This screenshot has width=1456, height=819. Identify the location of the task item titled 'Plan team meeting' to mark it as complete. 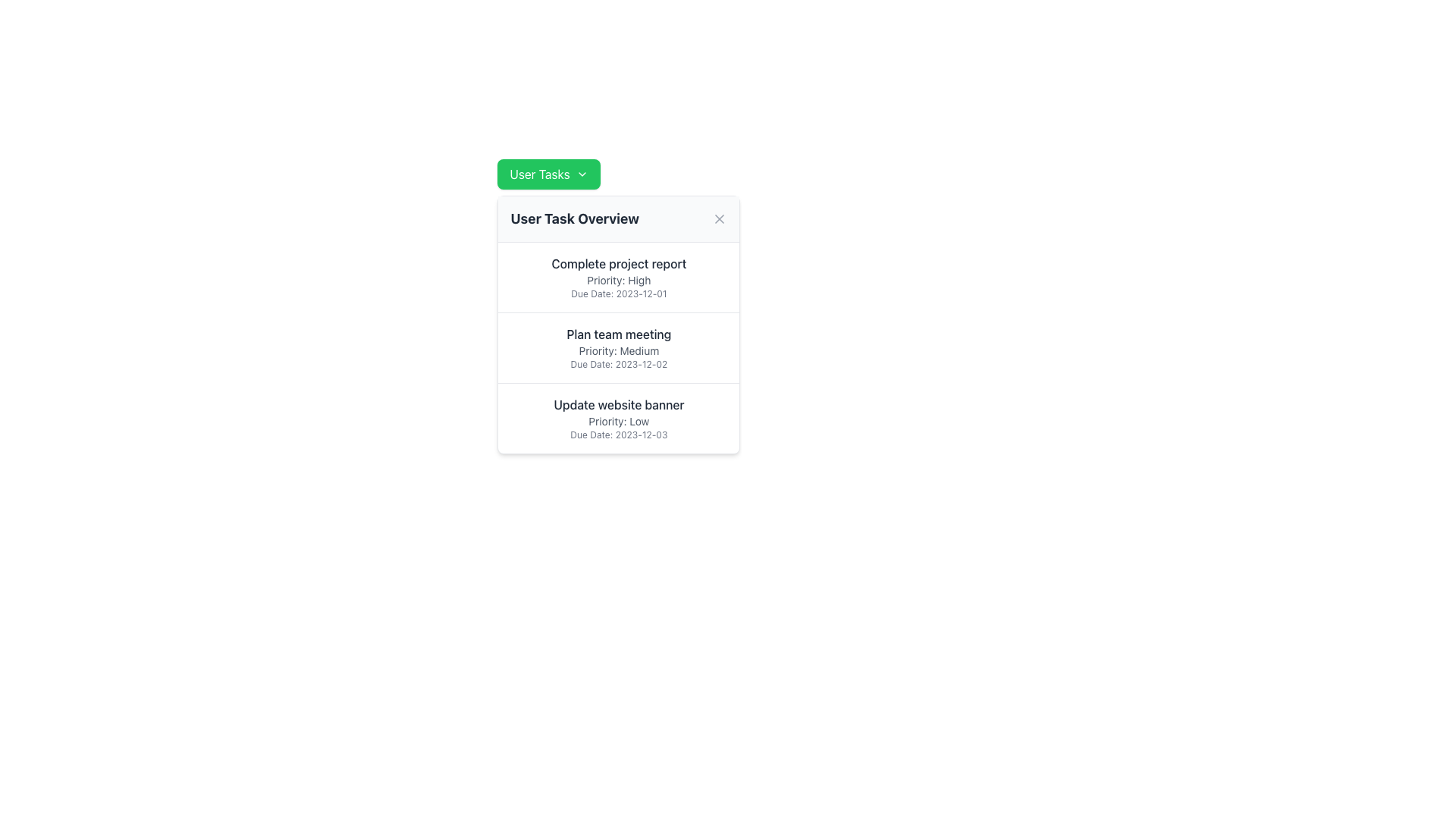
(619, 347).